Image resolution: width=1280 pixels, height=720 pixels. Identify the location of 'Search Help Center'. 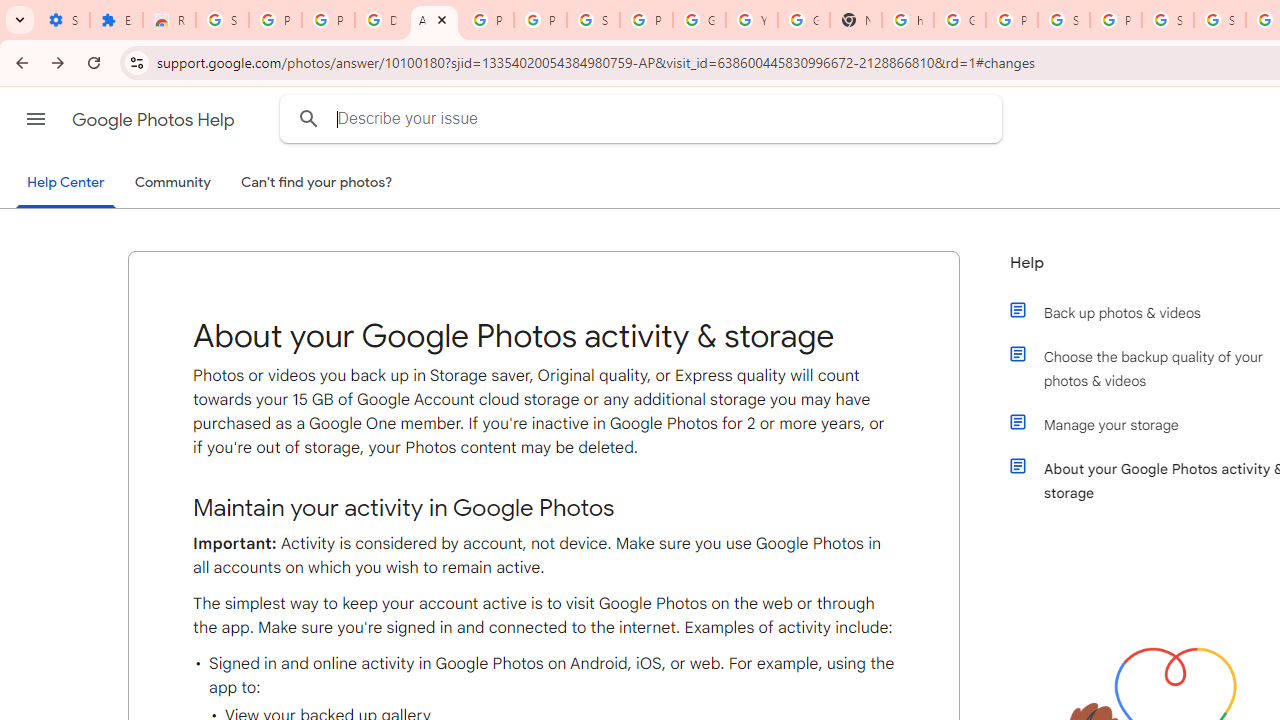
(308, 118).